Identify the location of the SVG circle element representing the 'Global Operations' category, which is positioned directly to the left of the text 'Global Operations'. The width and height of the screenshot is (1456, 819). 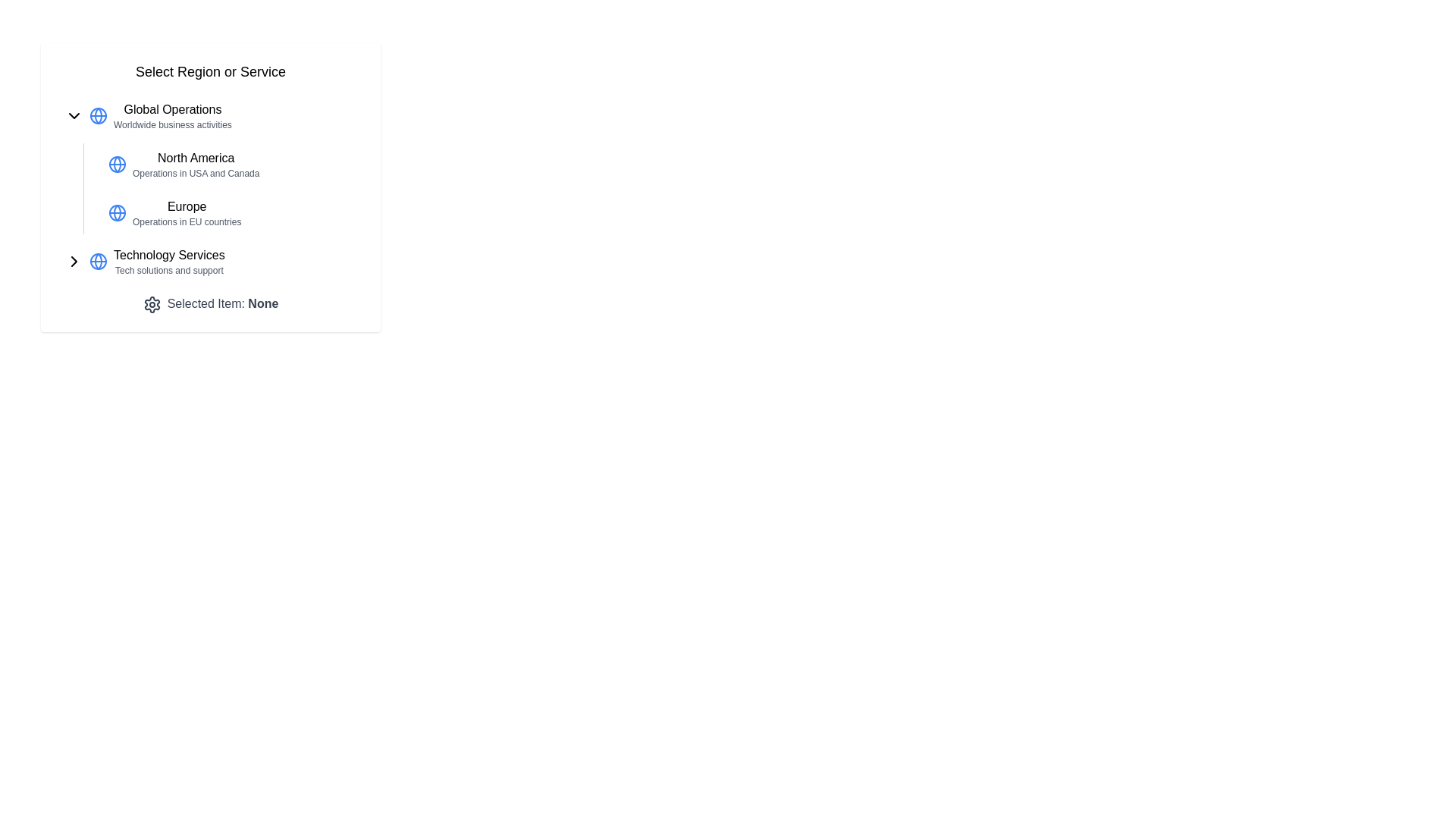
(97, 115).